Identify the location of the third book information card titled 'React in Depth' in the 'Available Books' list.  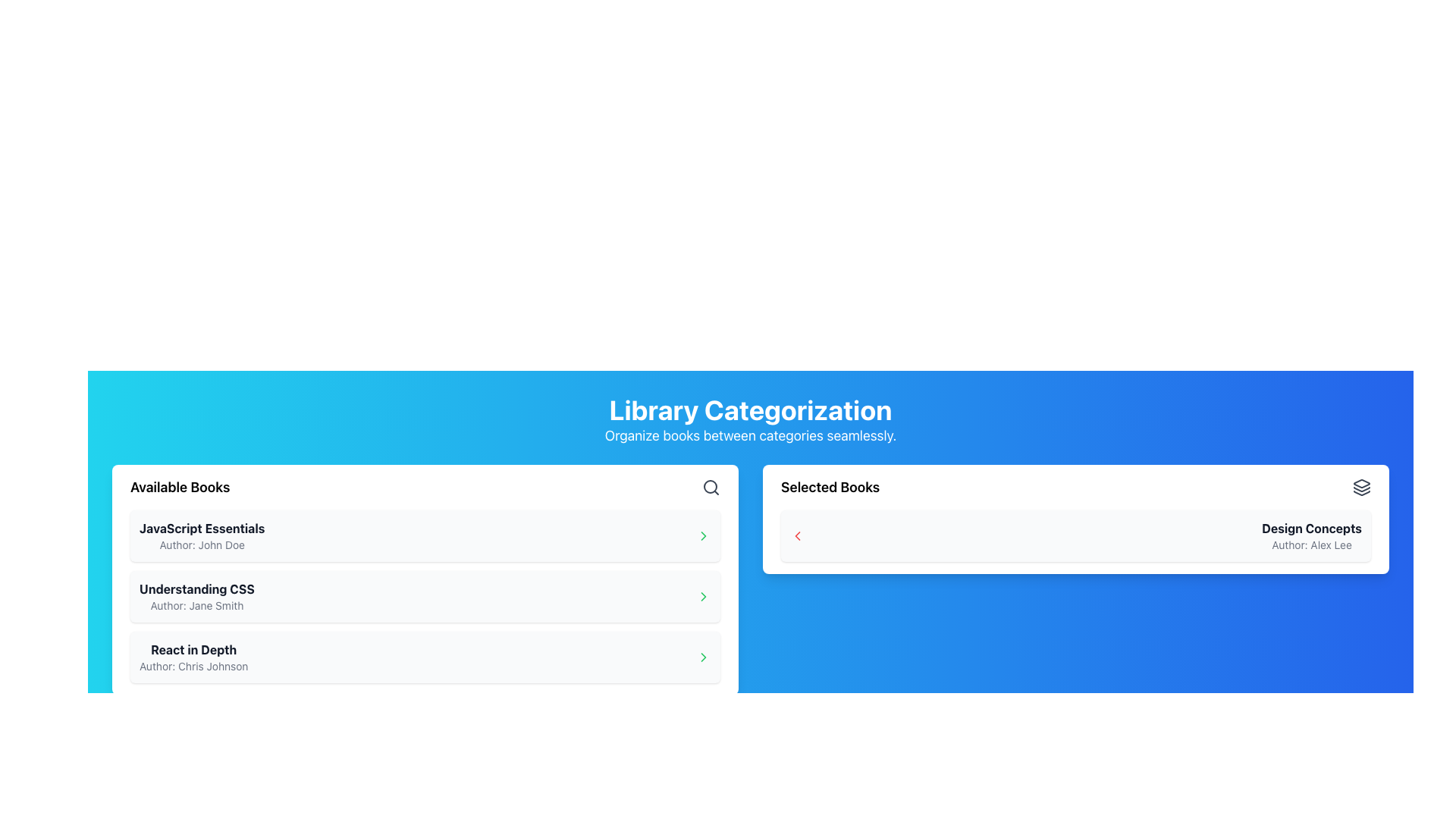
(425, 657).